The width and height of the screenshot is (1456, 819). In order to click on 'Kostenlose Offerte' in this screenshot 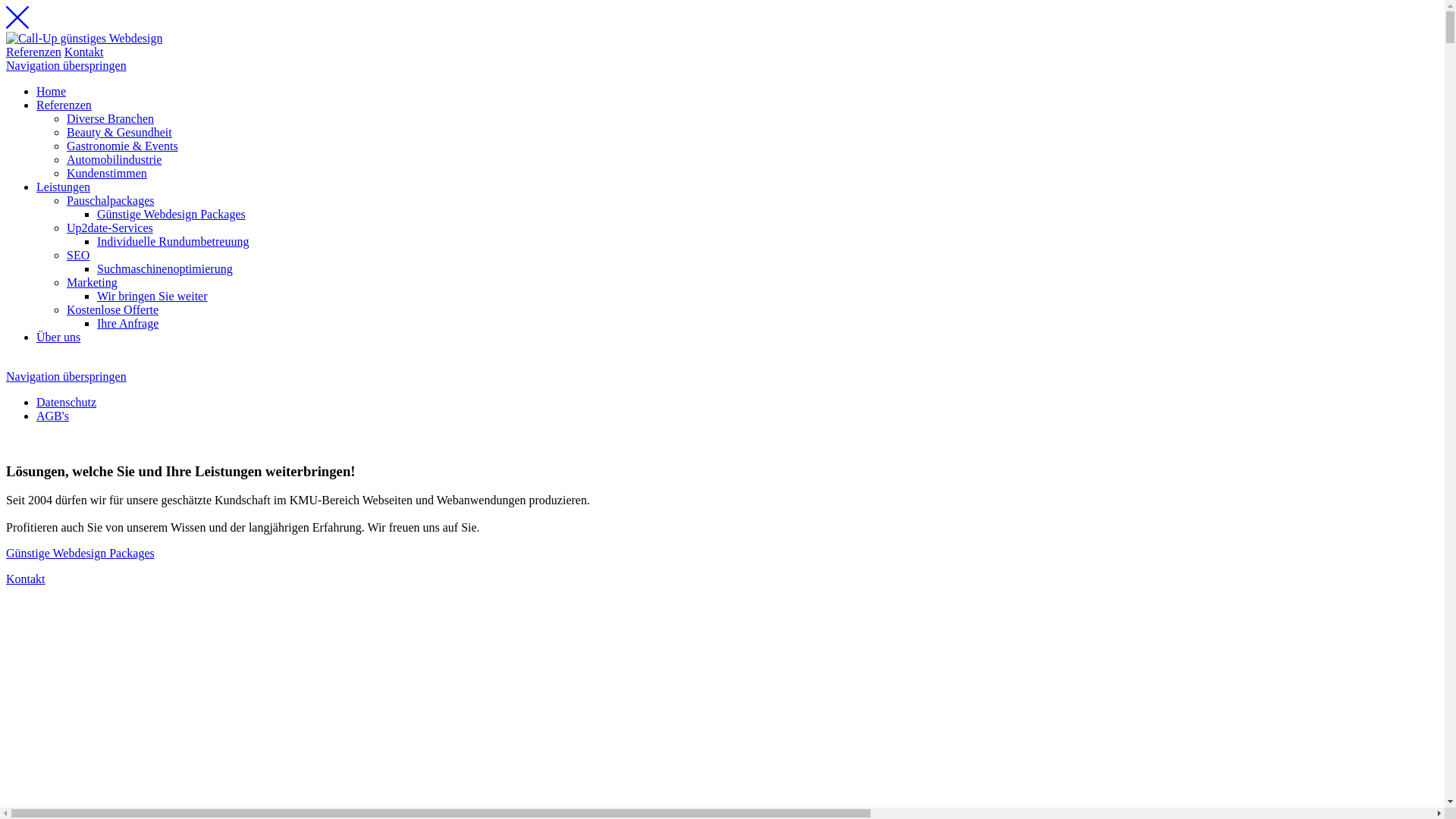, I will do `click(111, 309)`.